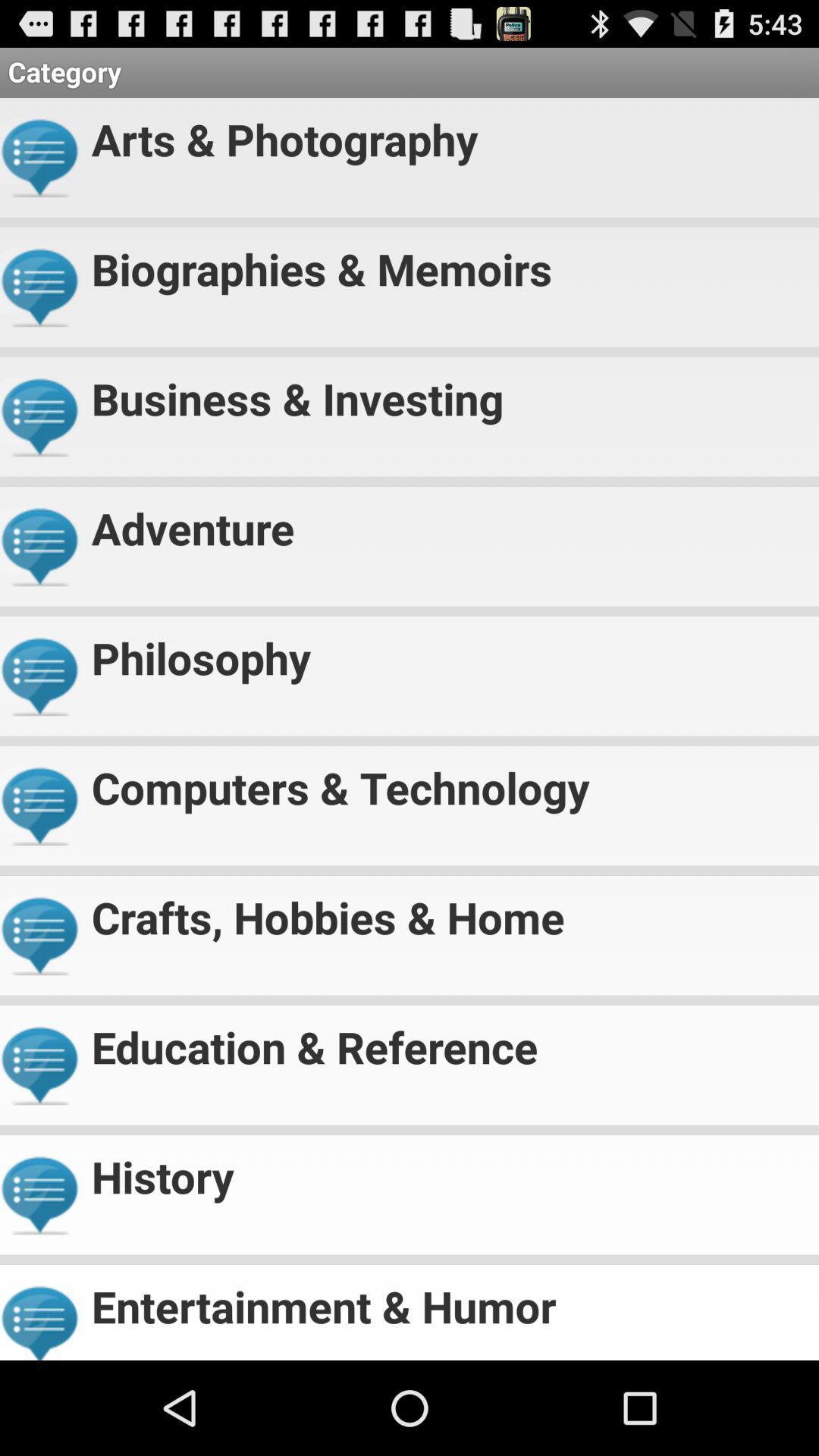  Describe the element at coordinates (448, 522) in the screenshot. I see `adventure item` at that location.